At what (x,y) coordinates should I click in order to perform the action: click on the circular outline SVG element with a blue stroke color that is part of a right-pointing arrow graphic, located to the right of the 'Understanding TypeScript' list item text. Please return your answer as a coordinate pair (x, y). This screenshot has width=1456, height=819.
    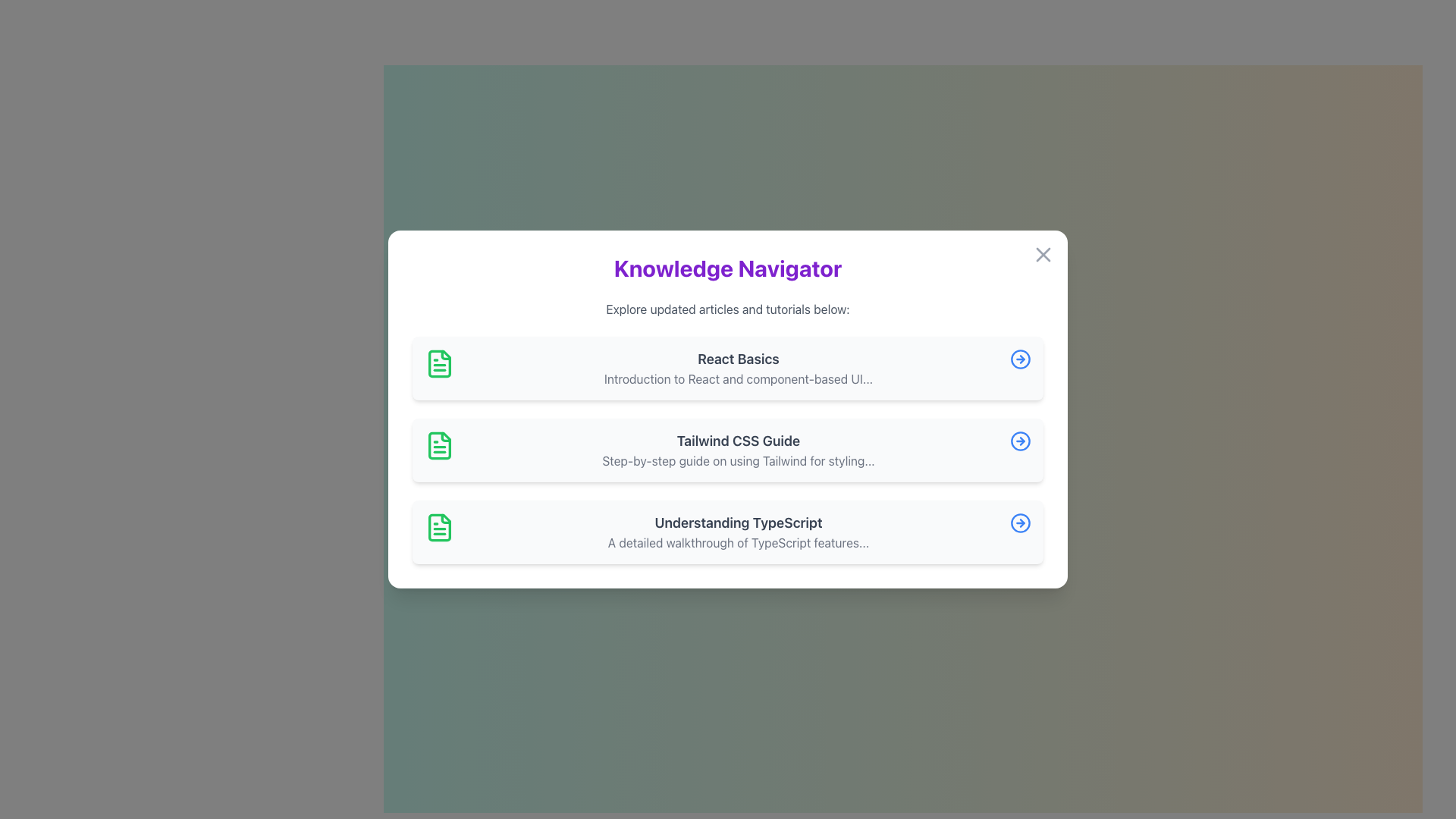
    Looking at the image, I should click on (1020, 522).